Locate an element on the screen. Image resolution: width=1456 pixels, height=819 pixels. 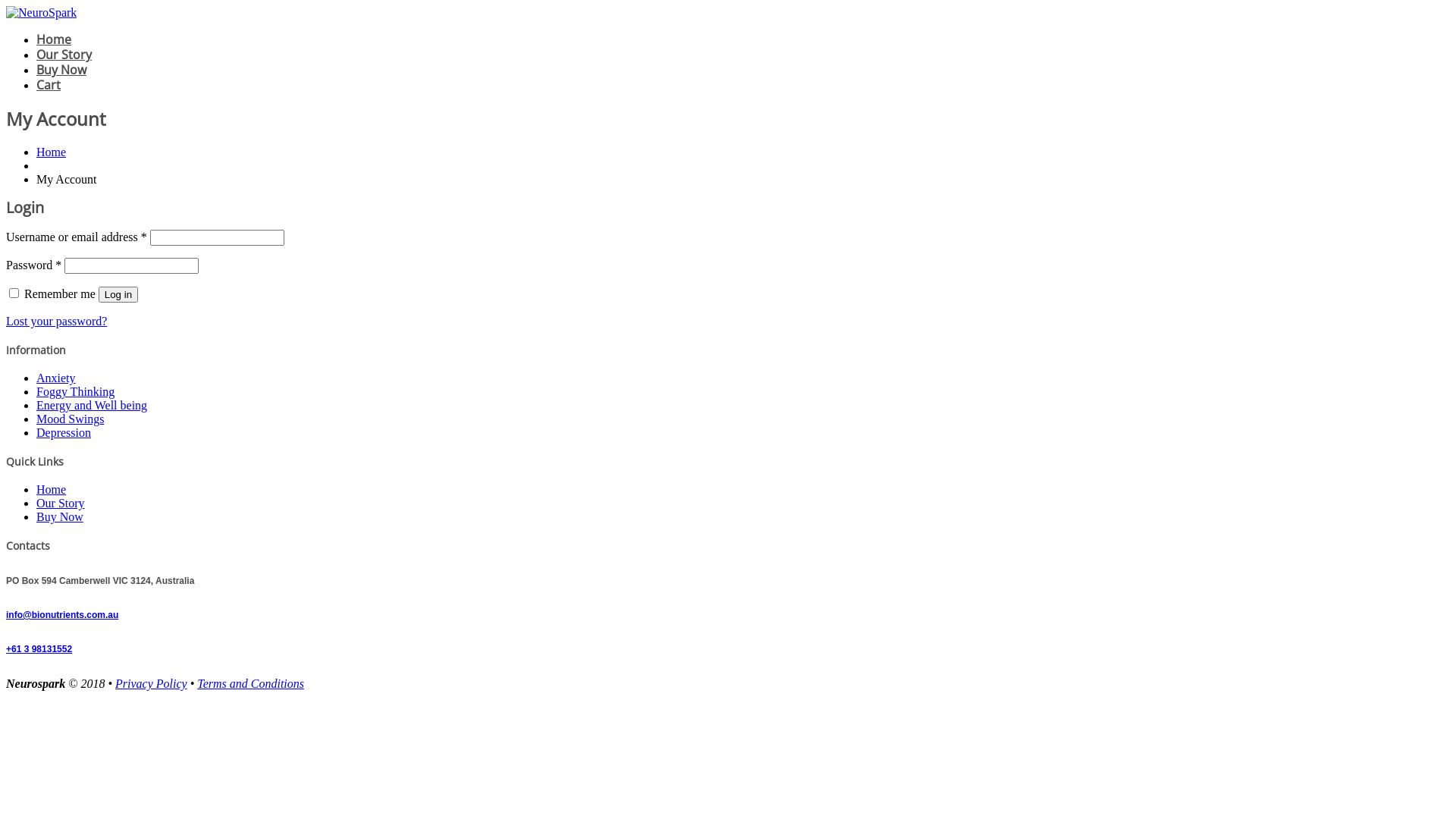
'Cart' is located at coordinates (36, 84).